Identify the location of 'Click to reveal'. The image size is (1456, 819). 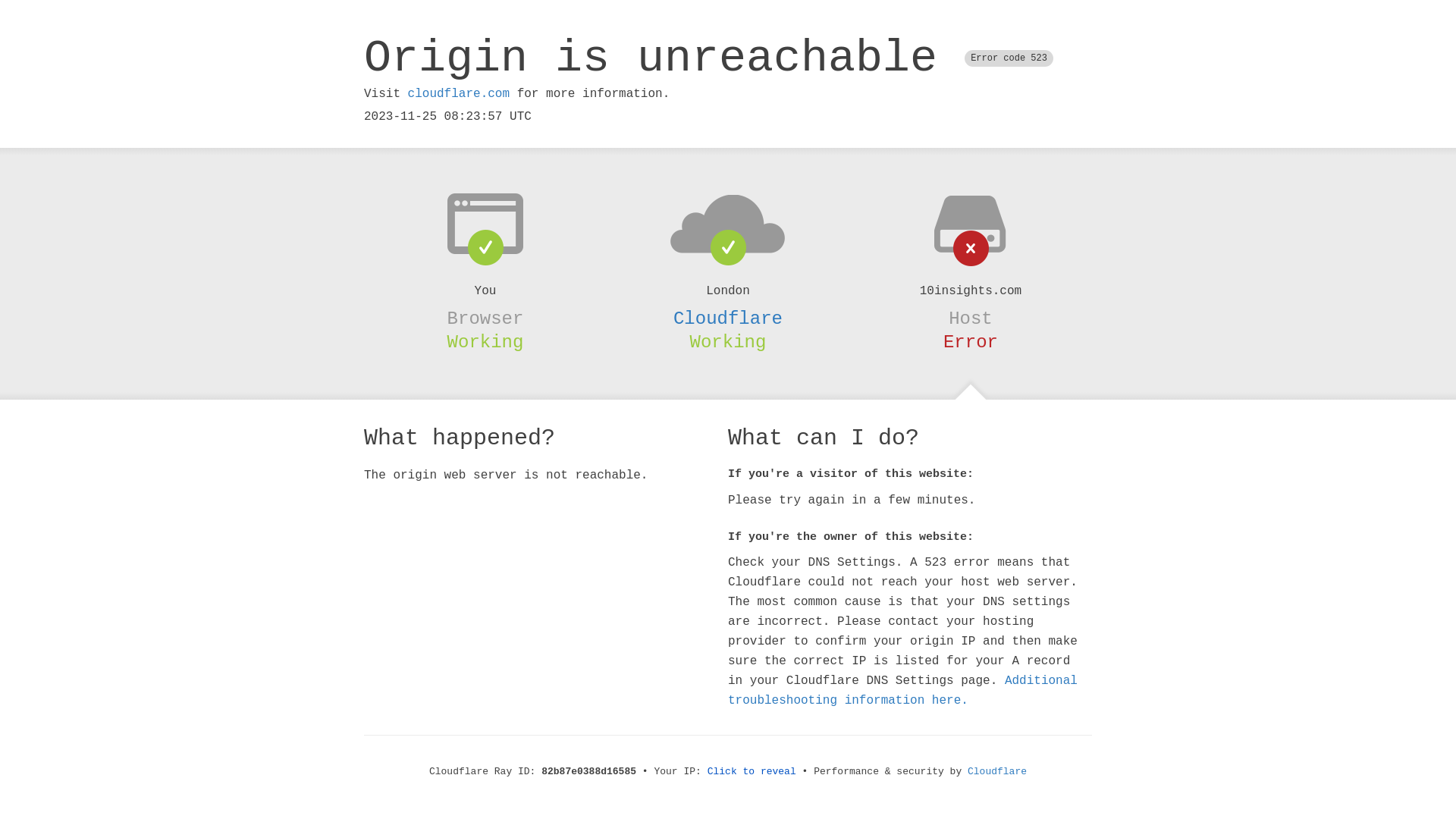
(752, 771).